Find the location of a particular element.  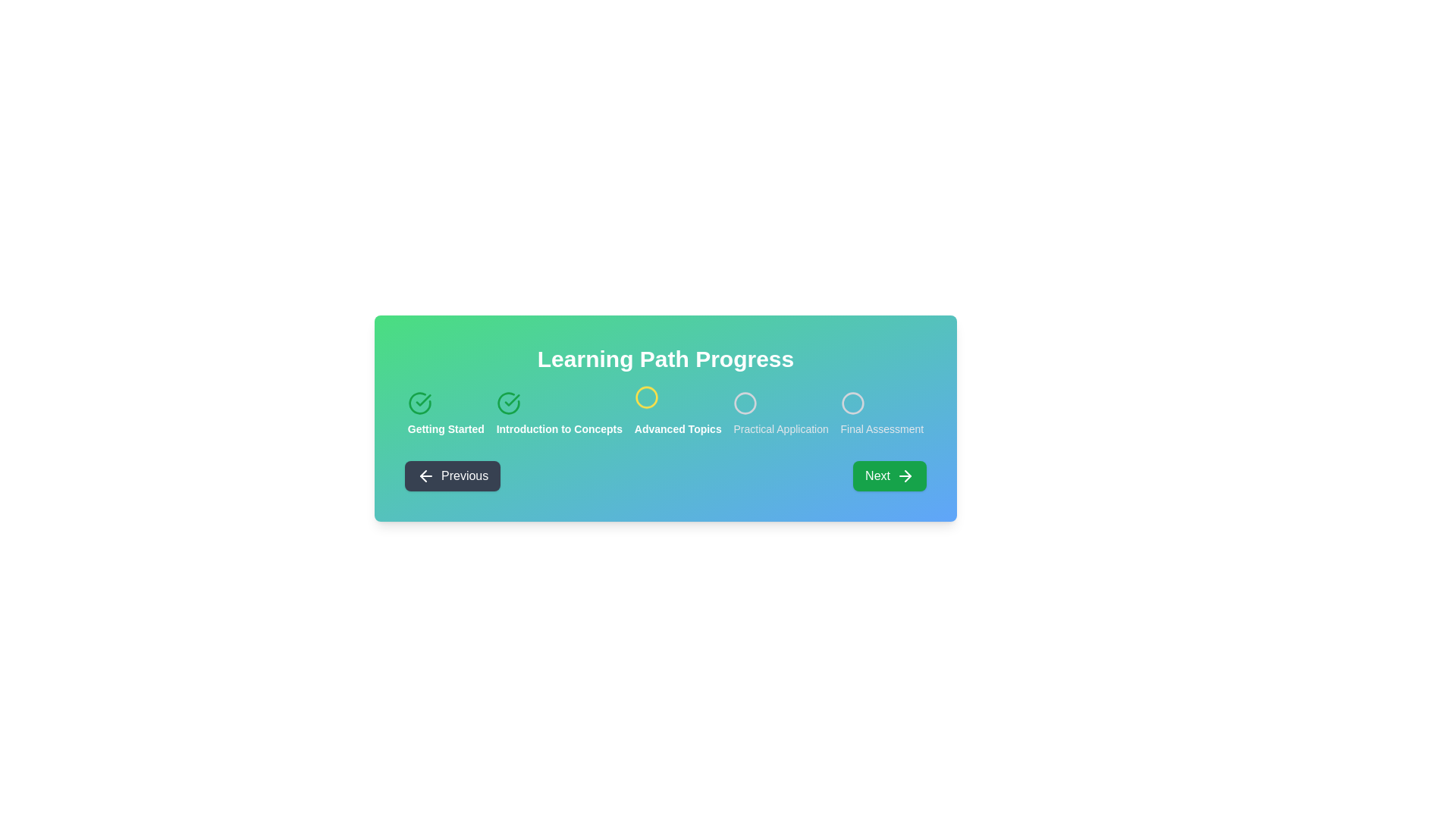

the text label displaying 'Advanced Topics', which is the third milestone in the horizontal progress bar, located below the highlighted circular icon is located at coordinates (677, 429).